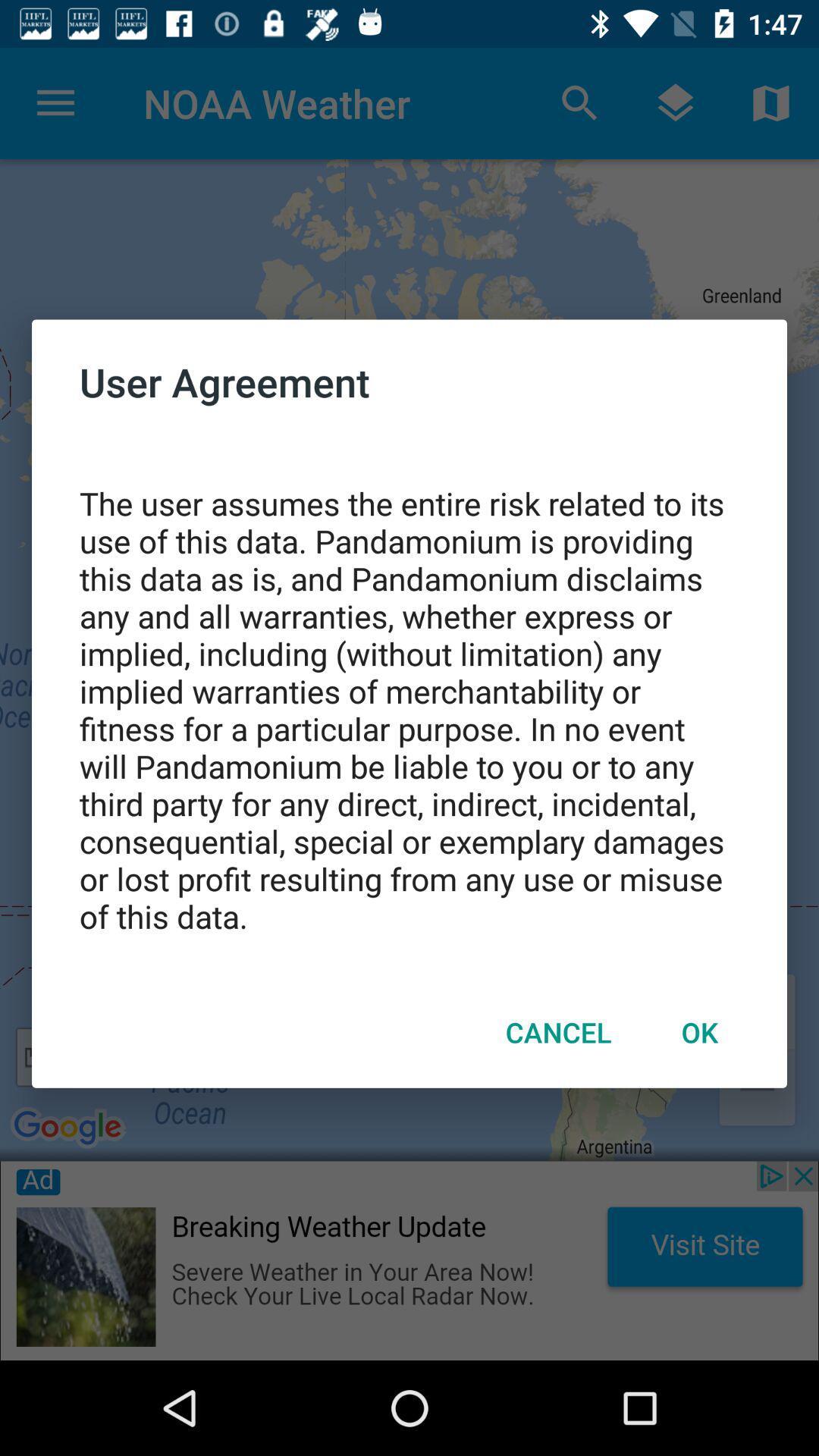  What do you see at coordinates (699, 1031) in the screenshot?
I see `the item below the the user assumes` at bounding box center [699, 1031].